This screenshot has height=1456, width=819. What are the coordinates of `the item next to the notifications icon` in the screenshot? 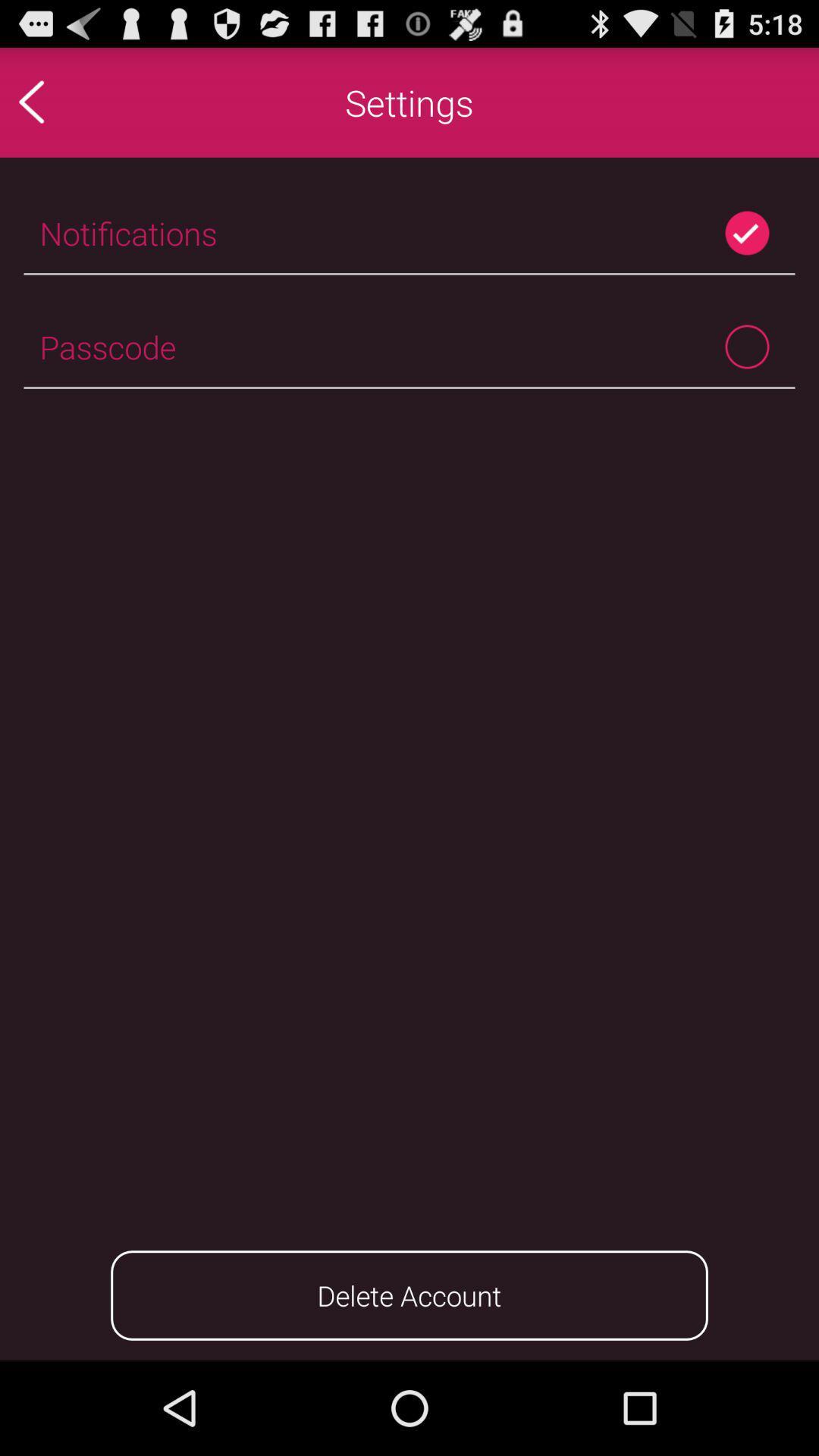 It's located at (746, 232).